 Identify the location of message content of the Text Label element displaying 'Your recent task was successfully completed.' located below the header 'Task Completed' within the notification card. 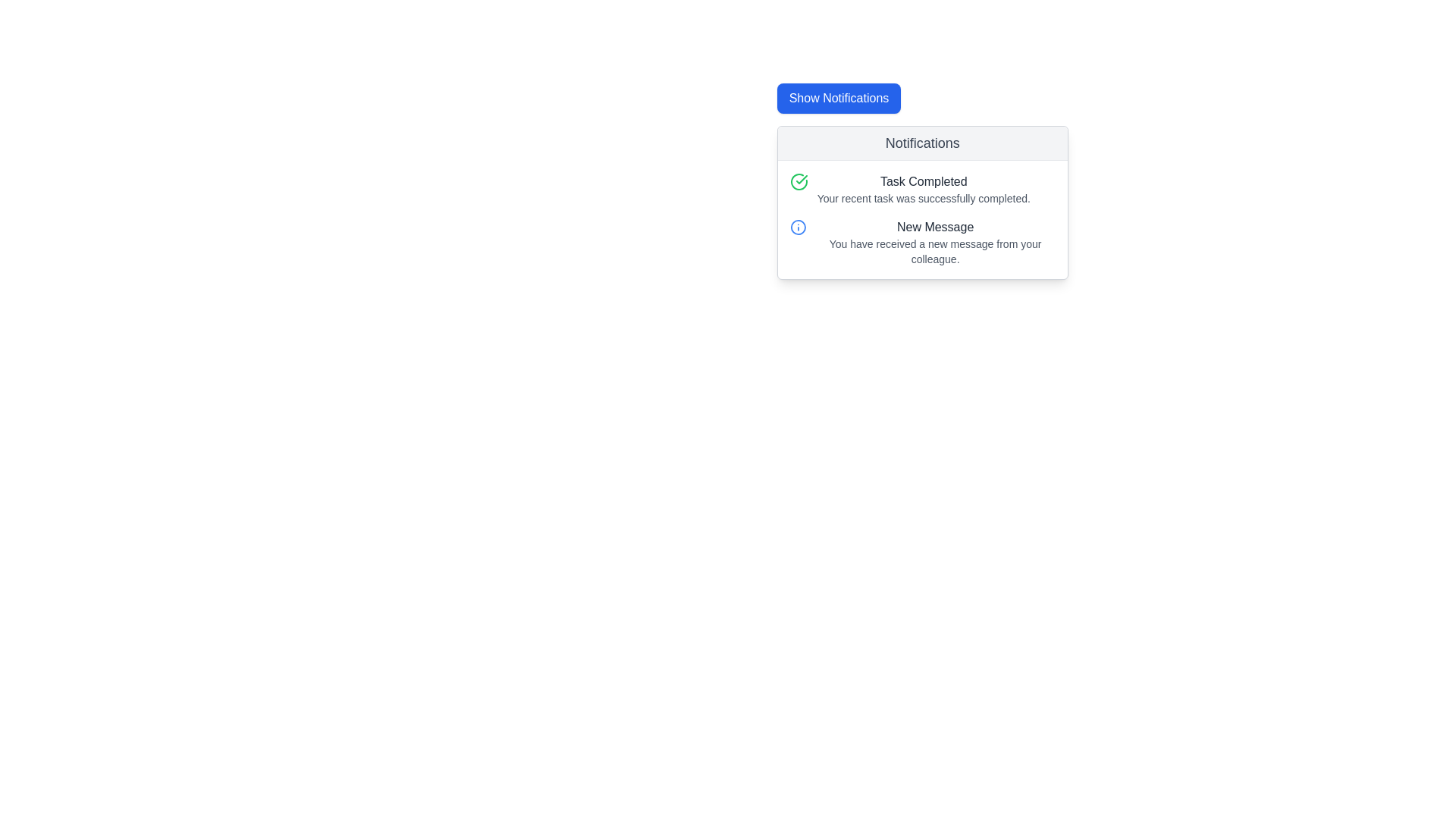
(923, 198).